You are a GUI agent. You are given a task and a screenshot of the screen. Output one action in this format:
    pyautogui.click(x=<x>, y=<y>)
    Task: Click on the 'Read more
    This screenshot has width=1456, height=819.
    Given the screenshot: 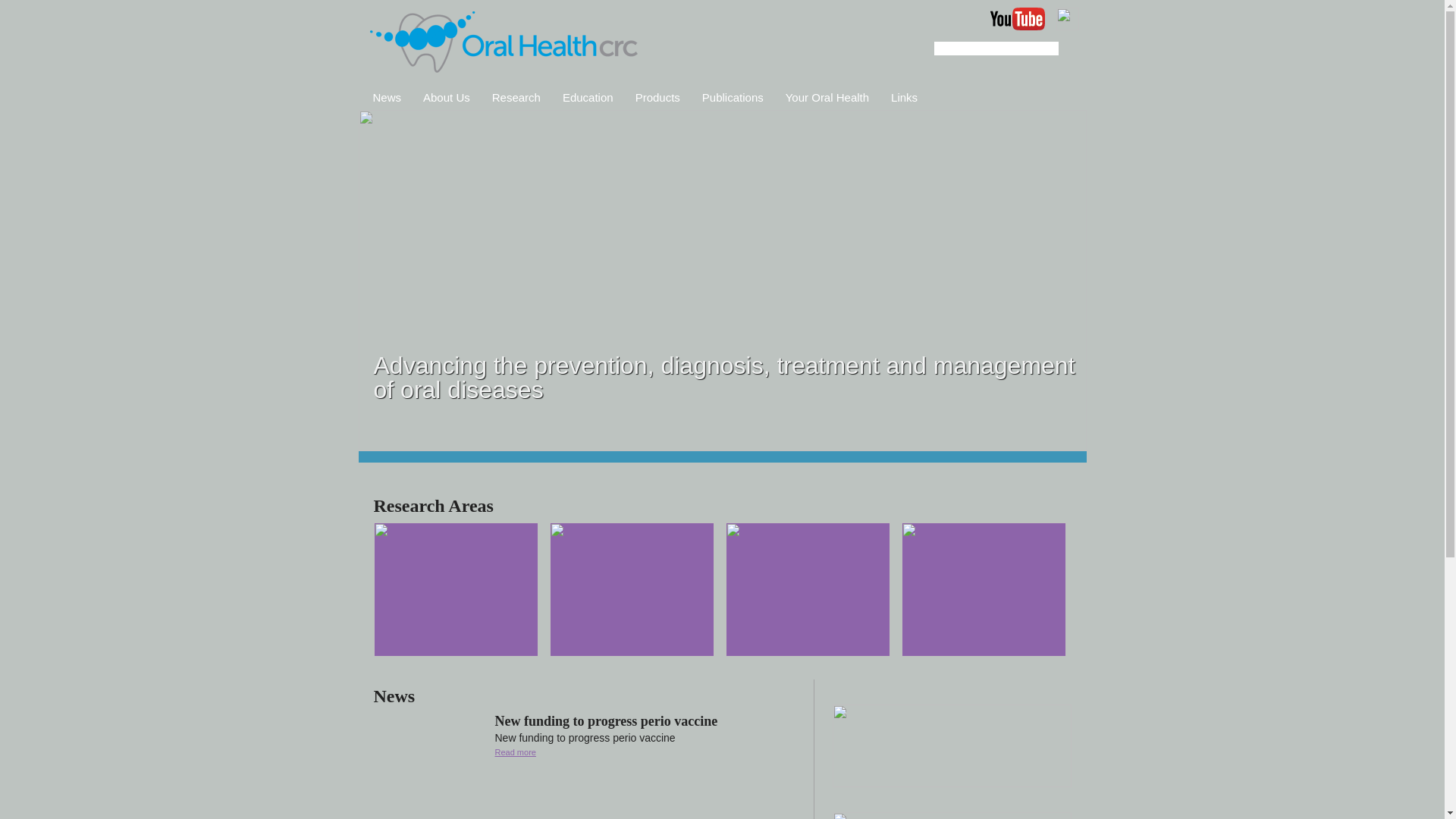 What is the action you would take?
    pyautogui.click(x=494, y=752)
    